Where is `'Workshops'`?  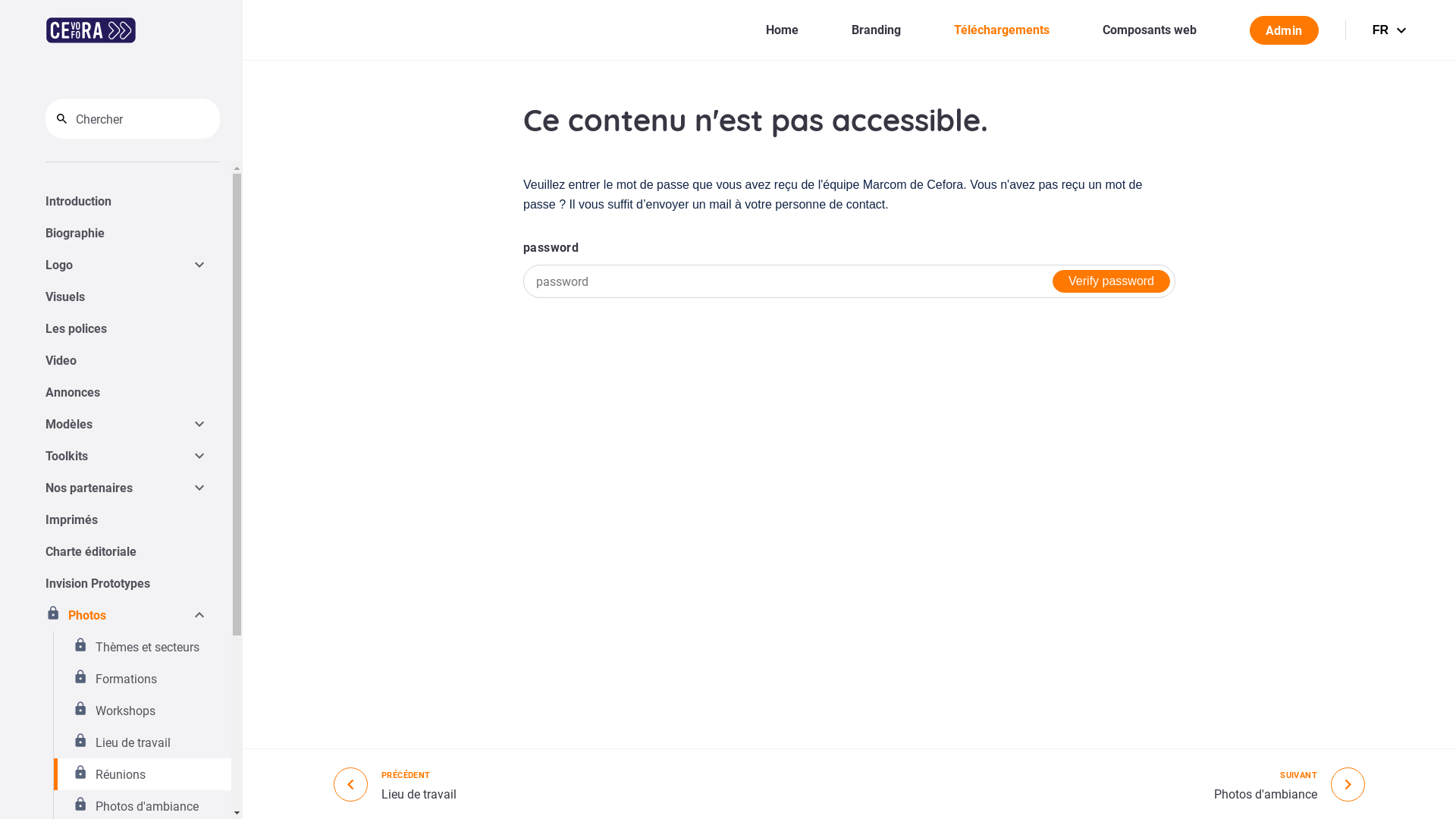 'Workshops' is located at coordinates (142, 711).